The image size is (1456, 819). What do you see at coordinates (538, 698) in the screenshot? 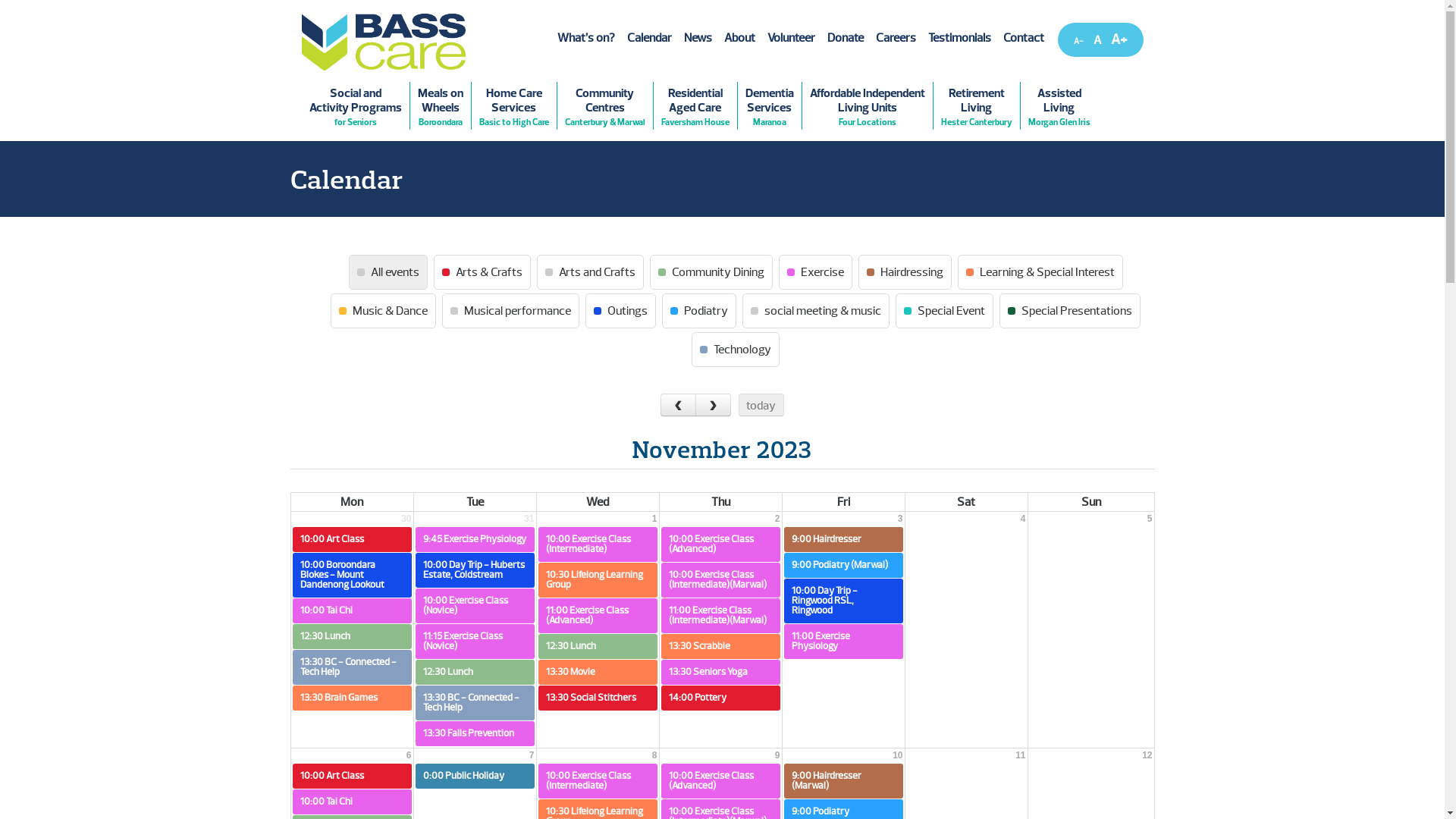
I see `'13:30 Social Stitchers` at bounding box center [538, 698].